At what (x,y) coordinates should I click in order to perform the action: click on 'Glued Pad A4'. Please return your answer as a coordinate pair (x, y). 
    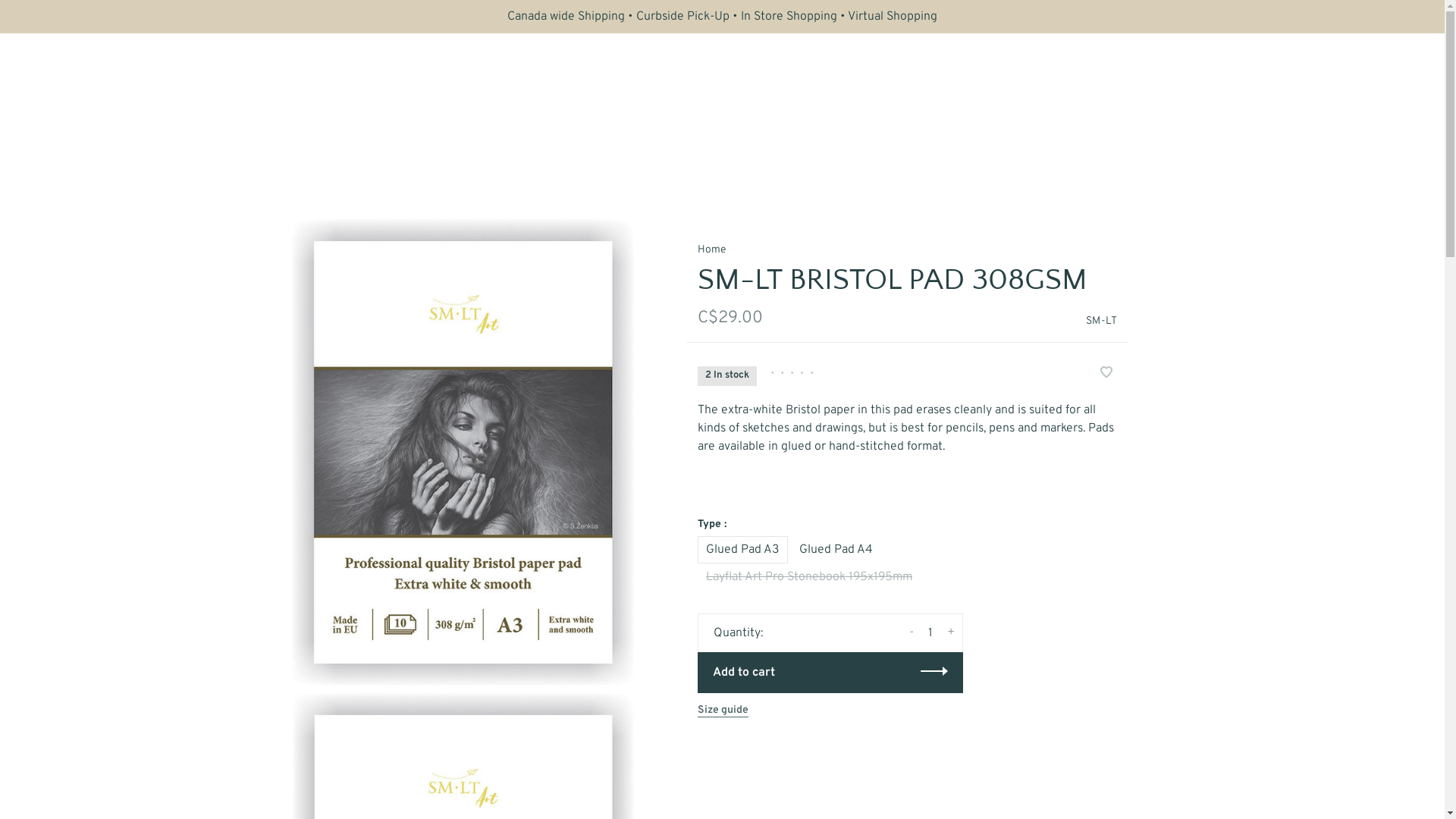
    Looking at the image, I should click on (789, 549).